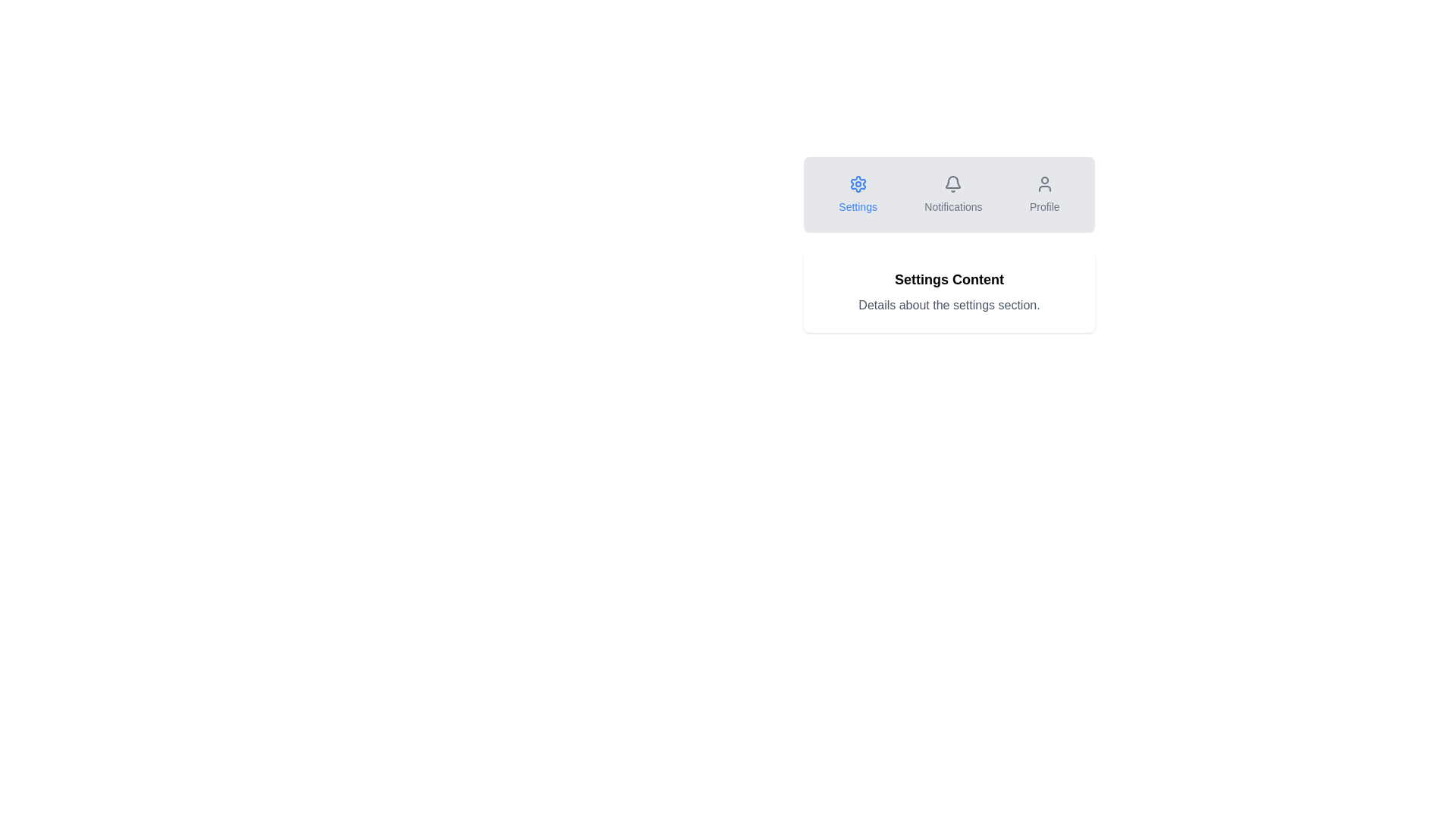 Image resolution: width=1456 pixels, height=819 pixels. I want to click on the 'Notifications' button, which features a bell icon above the text, styled in gray, located in the central section of a horizontal row between 'Settings' and 'Profile', so click(952, 194).